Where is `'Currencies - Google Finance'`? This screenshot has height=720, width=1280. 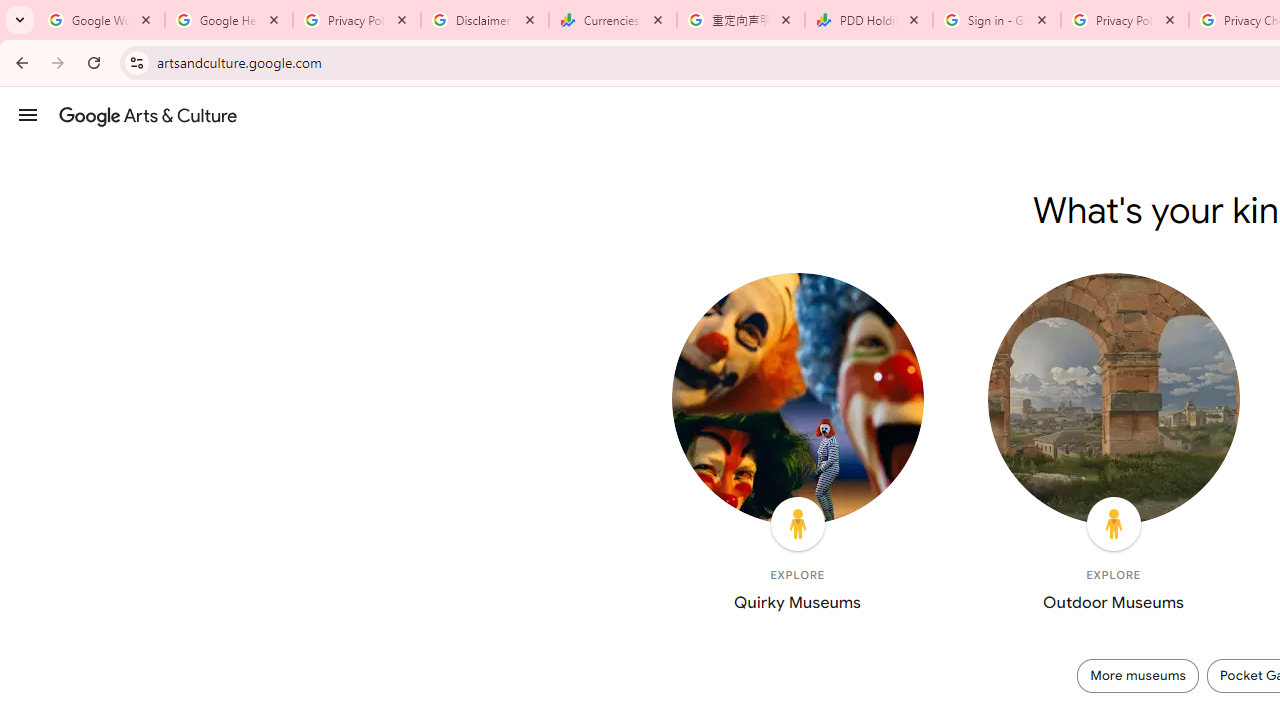
'Currencies - Google Finance' is located at coordinates (612, 20).